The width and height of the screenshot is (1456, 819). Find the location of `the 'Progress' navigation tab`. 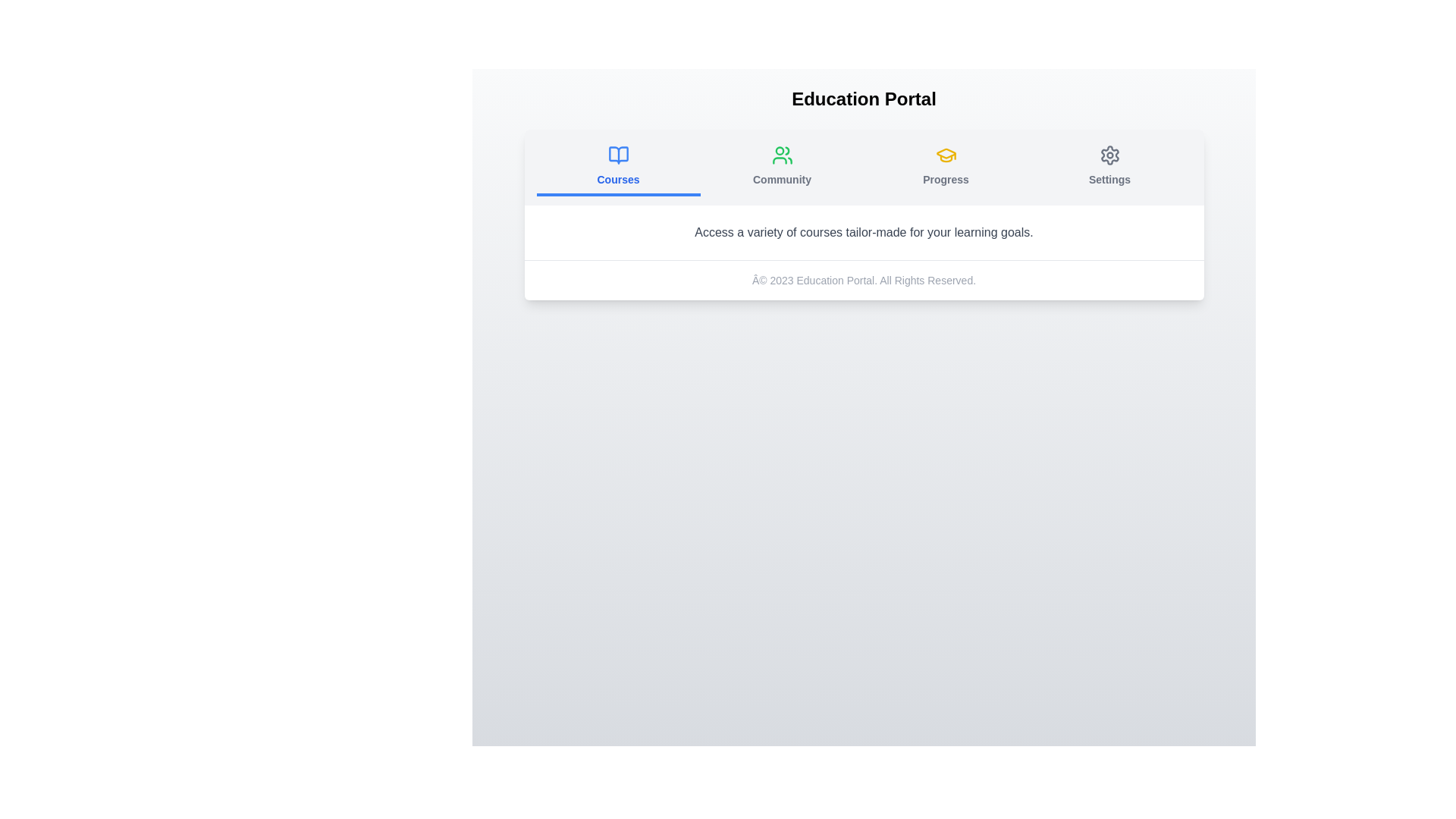

the 'Progress' navigation tab is located at coordinates (945, 167).